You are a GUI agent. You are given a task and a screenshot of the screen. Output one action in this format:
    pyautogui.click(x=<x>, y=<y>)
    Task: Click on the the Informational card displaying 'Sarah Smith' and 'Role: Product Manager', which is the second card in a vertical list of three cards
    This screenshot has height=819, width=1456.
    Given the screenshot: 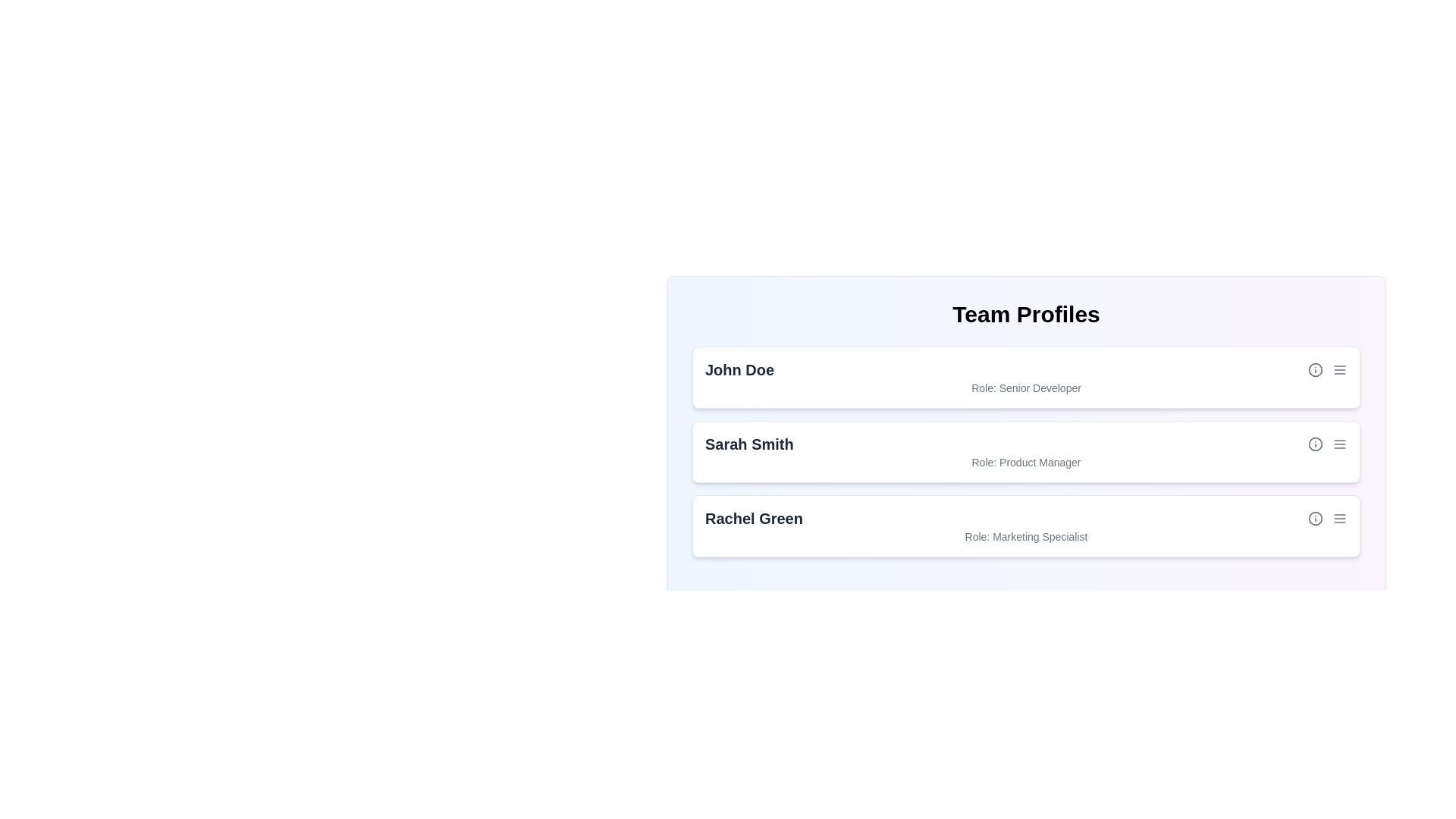 What is the action you would take?
    pyautogui.click(x=1026, y=435)
    